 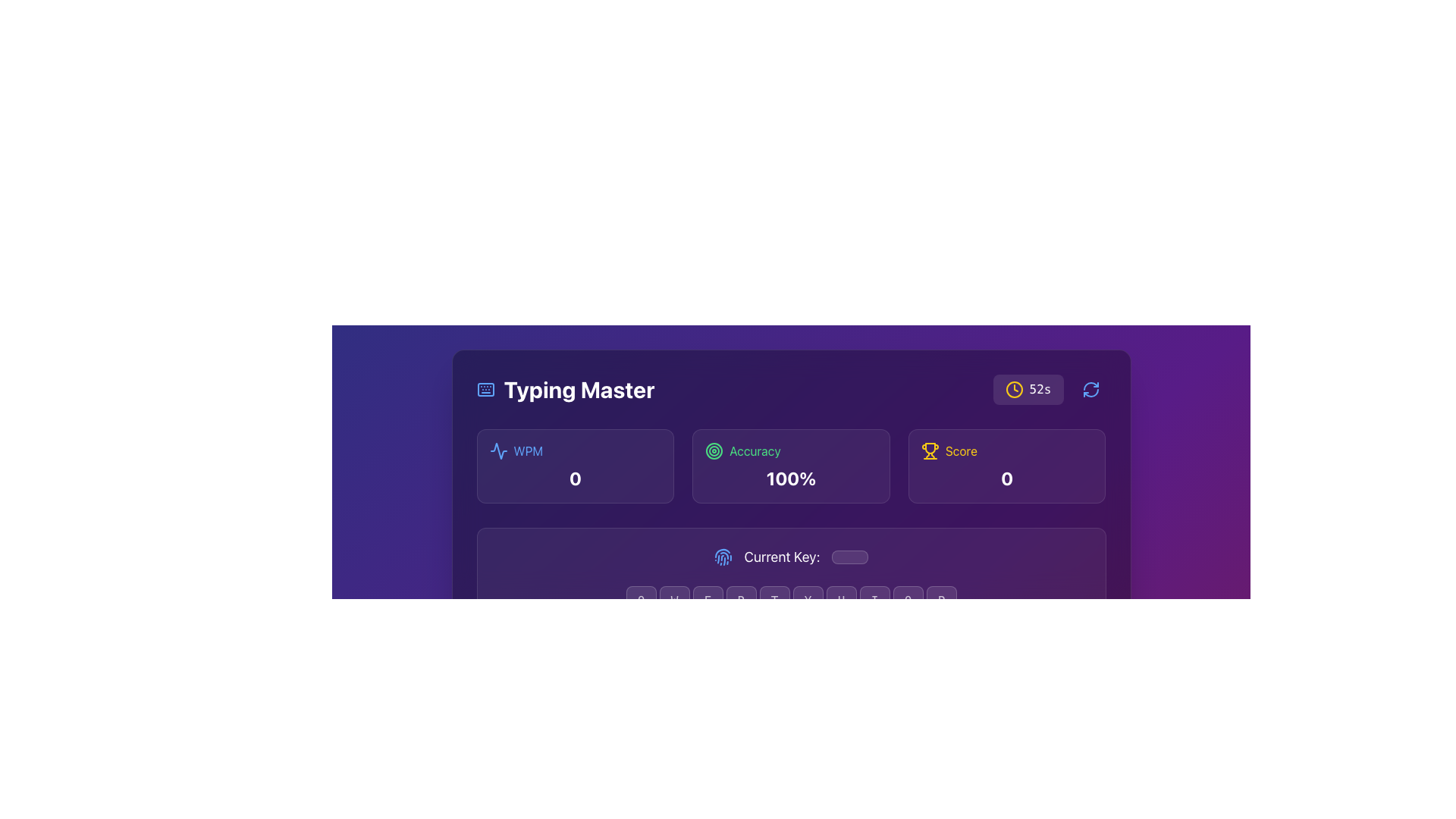 I want to click on the keyboard key corresponding to the character 'C', which is located in the middle row of the keyboard layout as the third button from the left, so click(x=758, y=673).